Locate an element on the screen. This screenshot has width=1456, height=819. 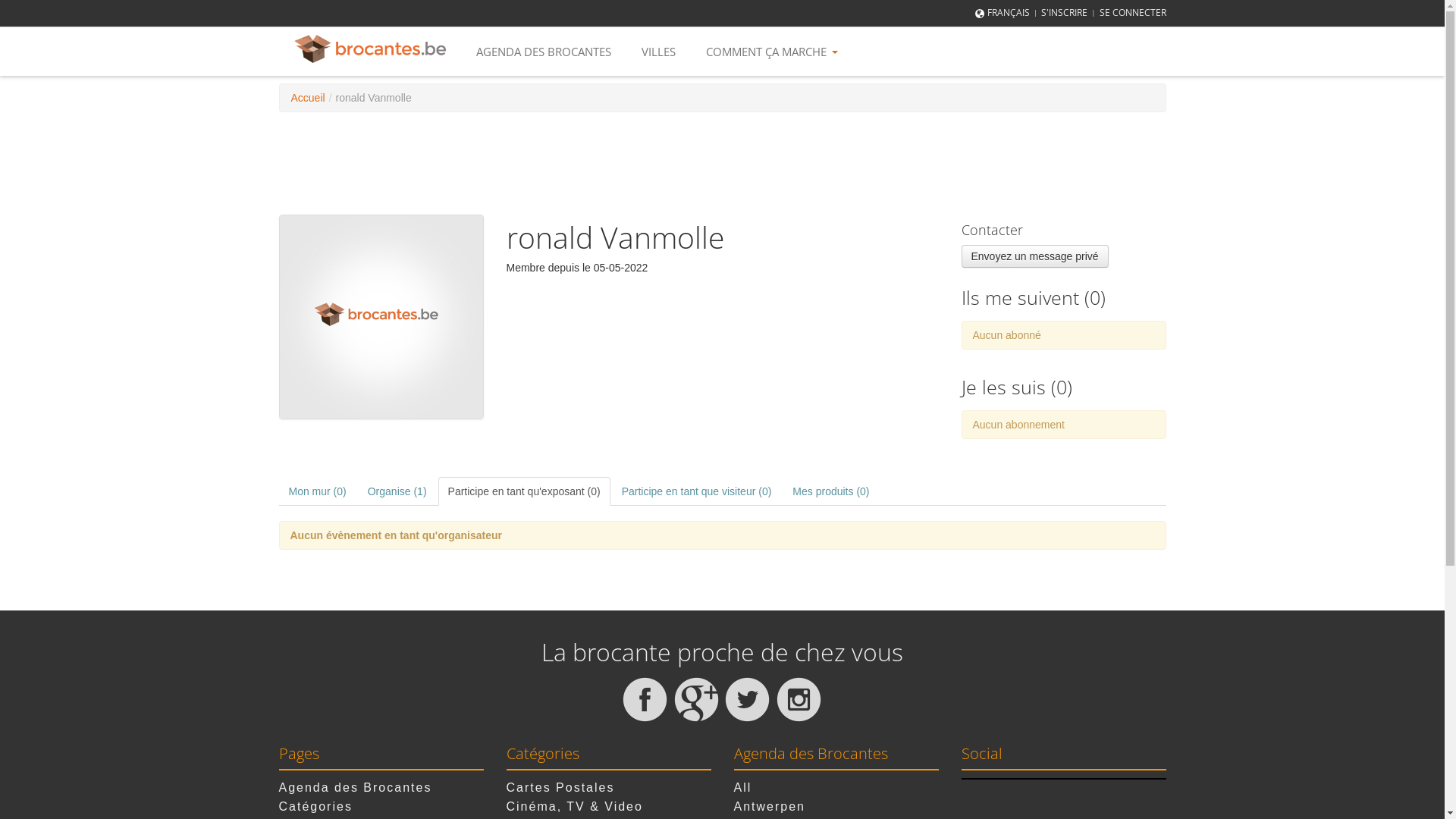
'AGENDA DES BROCANTES' is located at coordinates (543, 51).